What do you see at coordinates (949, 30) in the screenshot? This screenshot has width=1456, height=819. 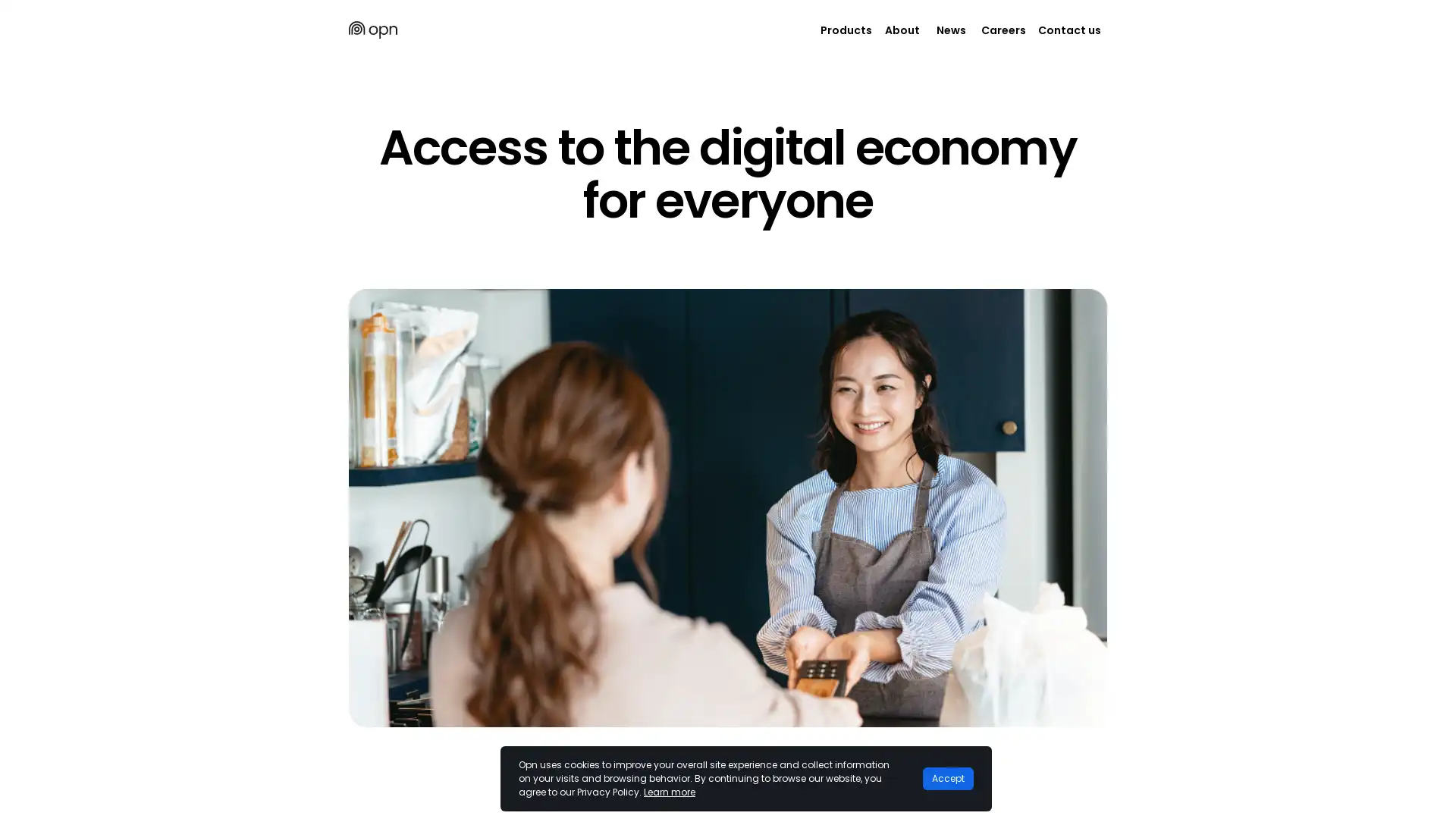 I see `News` at bounding box center [949, 30].